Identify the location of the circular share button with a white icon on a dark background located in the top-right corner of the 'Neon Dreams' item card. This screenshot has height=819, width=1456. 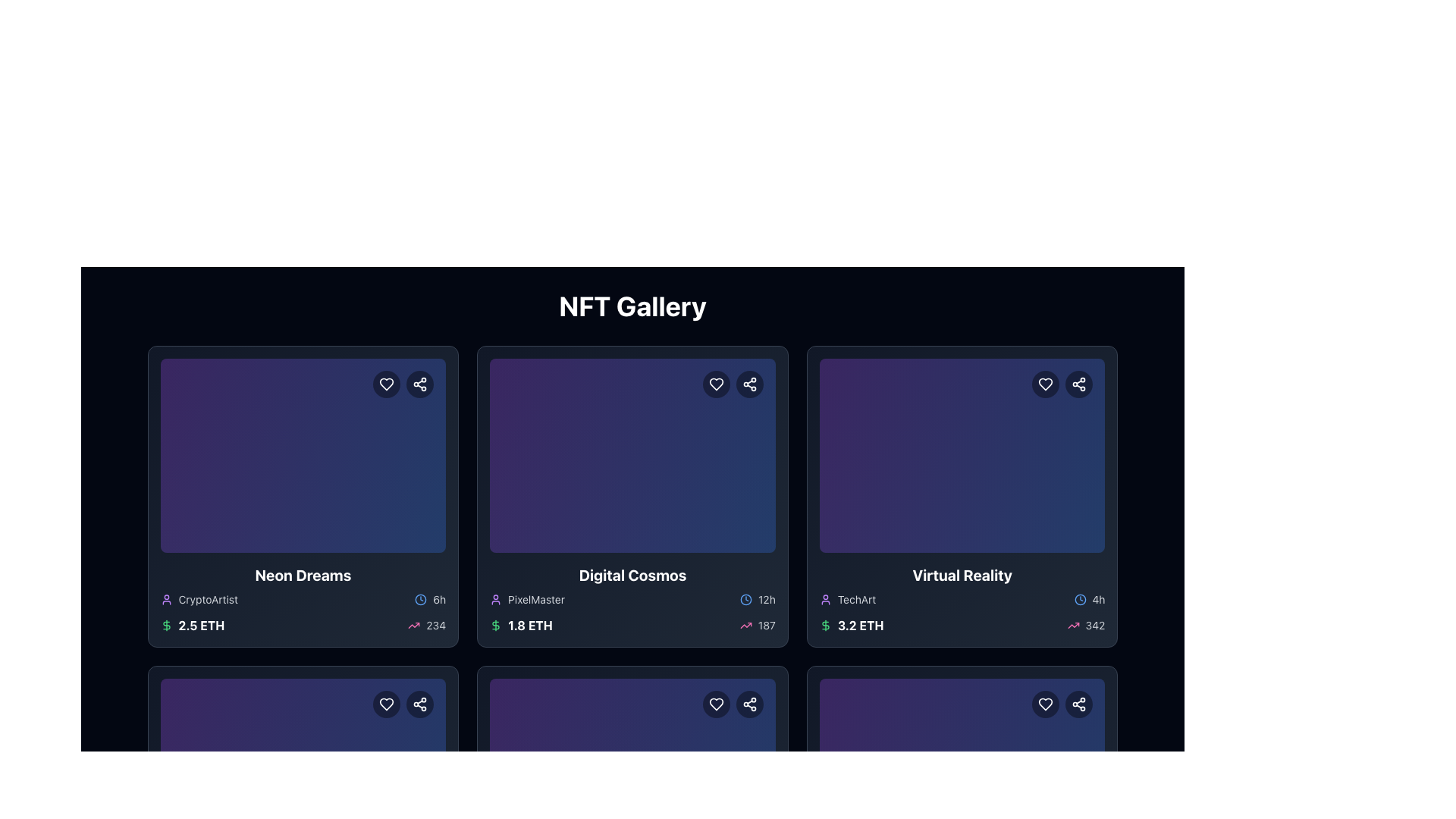
(420, 383).